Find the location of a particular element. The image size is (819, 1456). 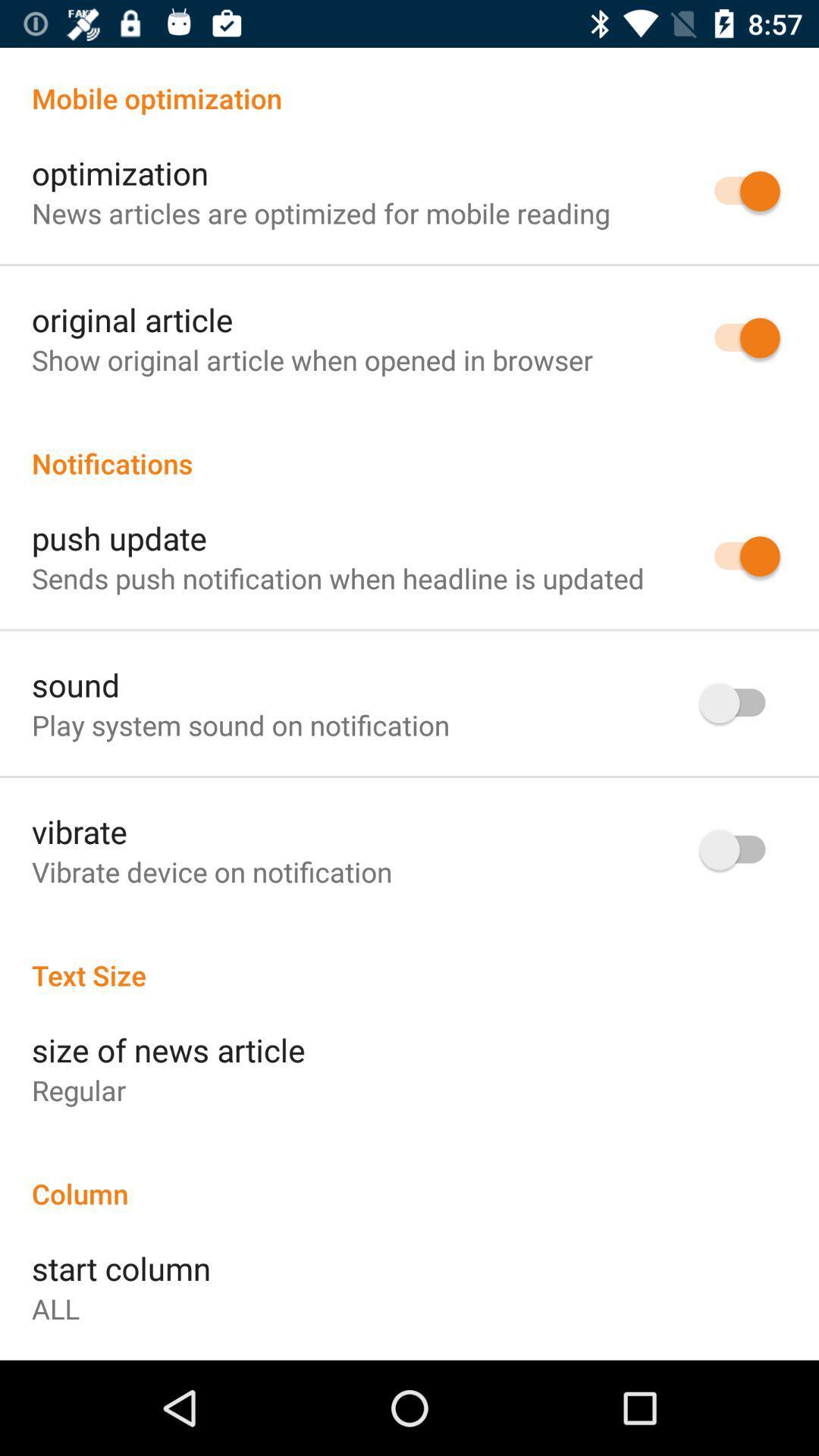

sends push notification icon is located at coordinates (337, 577).